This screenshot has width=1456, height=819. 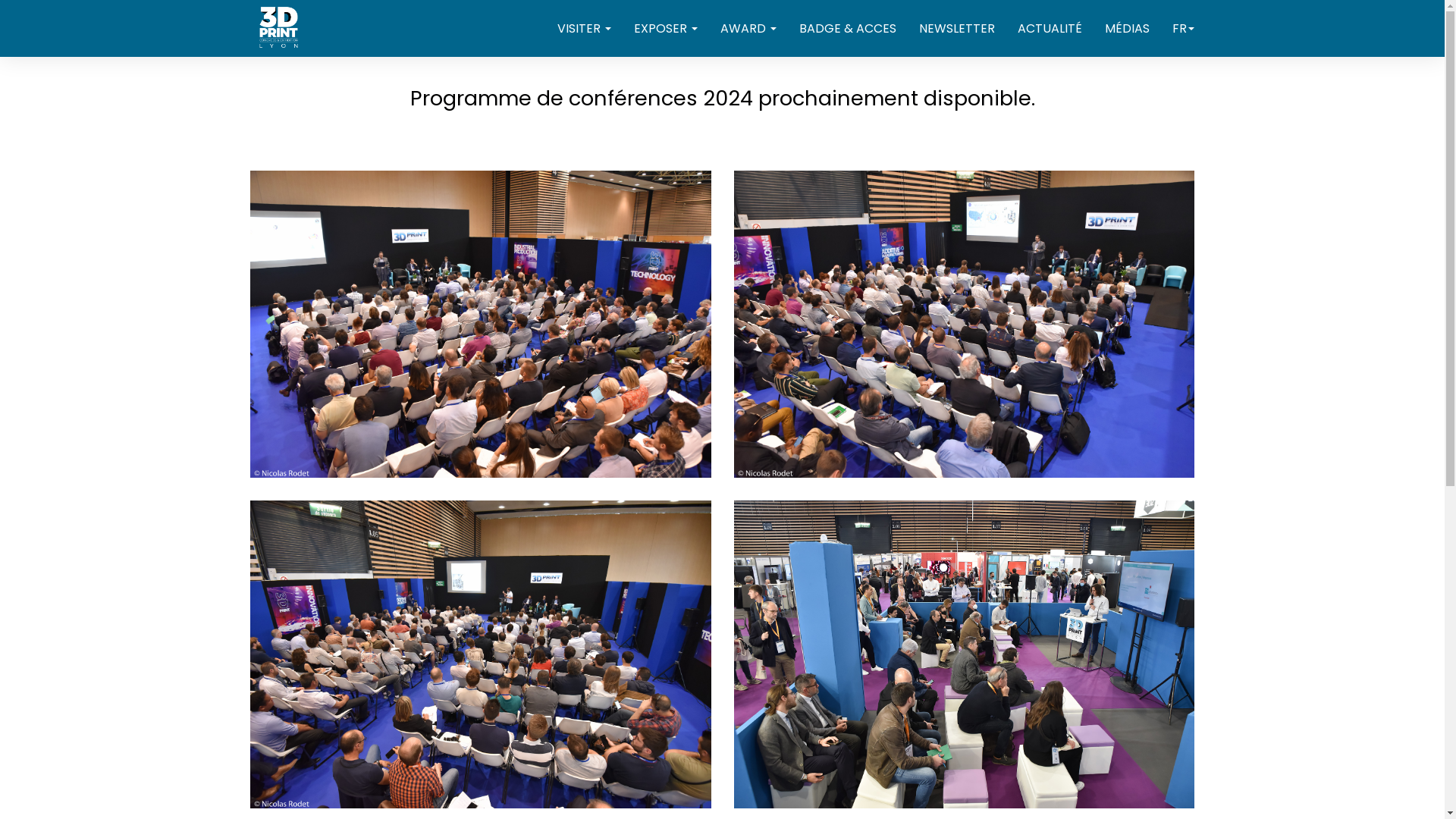 What do you see at coordinates (956, 29) in the screenshot?
I see `'NEWSLETTER'` at bounding box center [956, 29].